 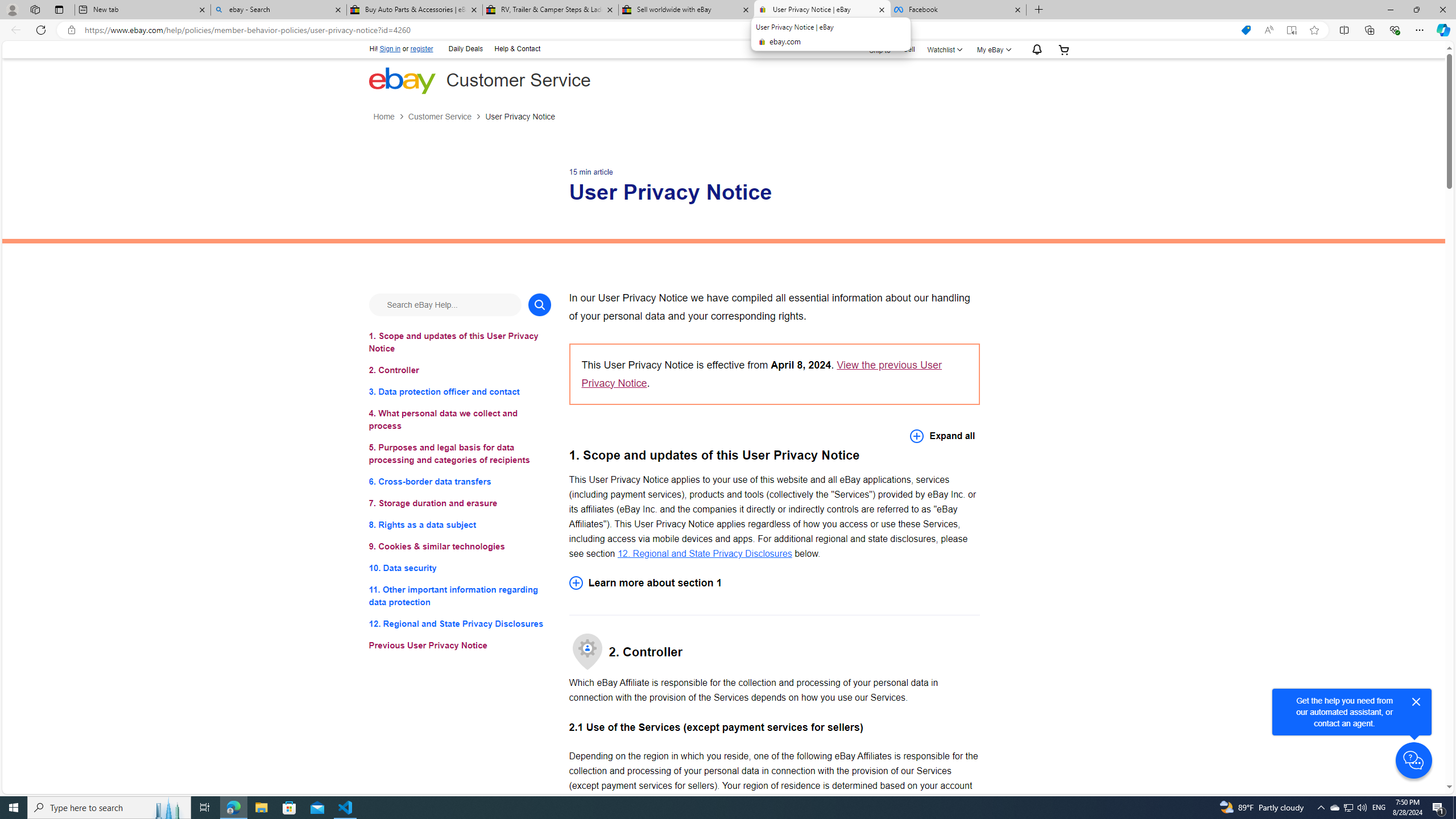 I want to click on '3. Data protection officer and contact', so click(x=459, y=391).